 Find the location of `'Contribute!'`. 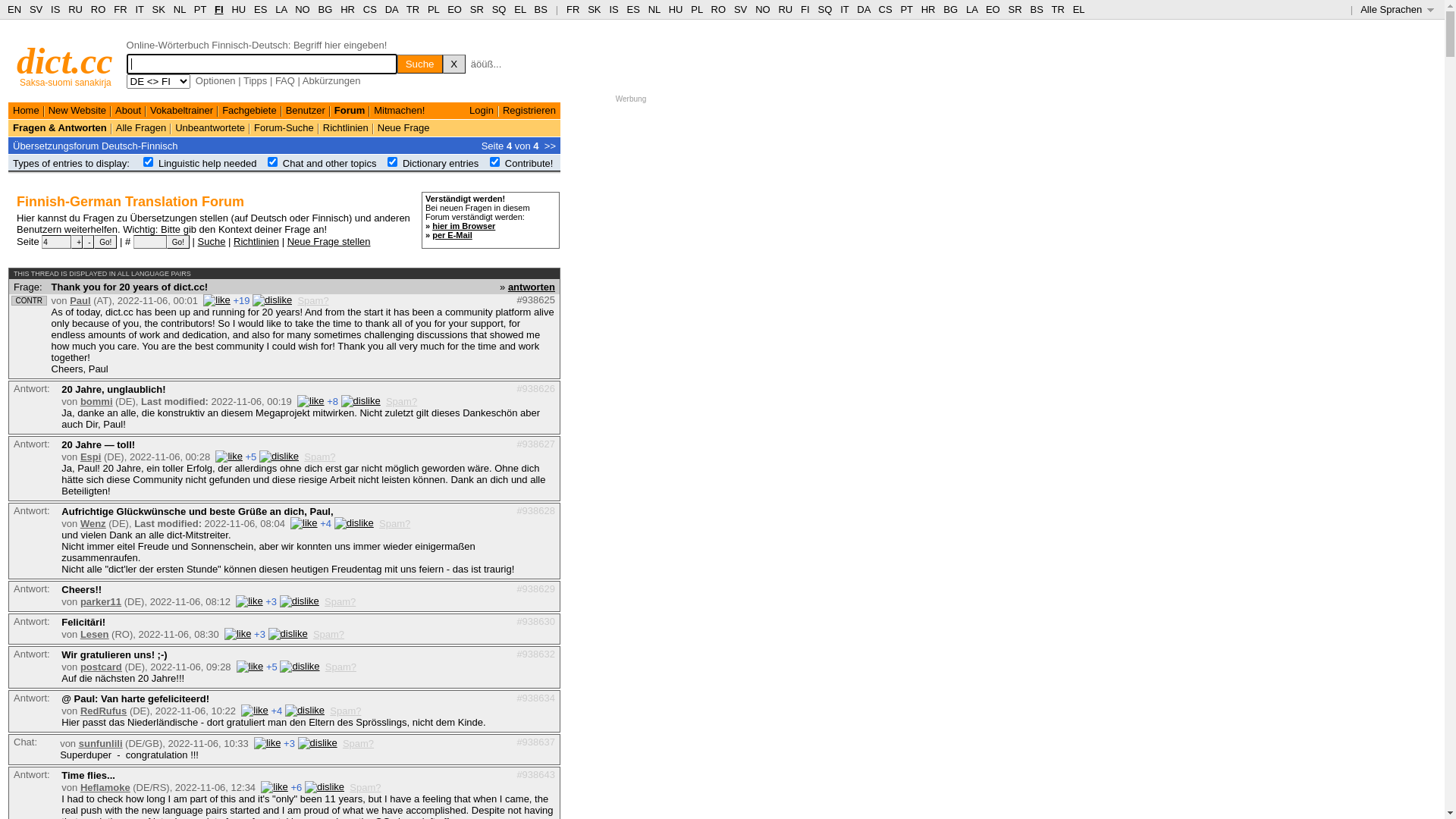

'Contribute!' is located at coordinates (529, 163).